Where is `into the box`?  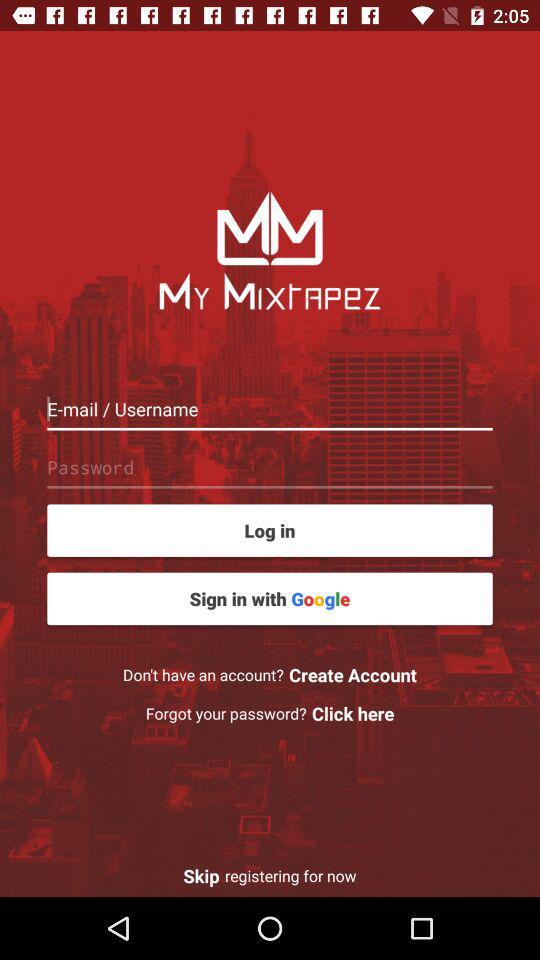
into the box is located at coordinates (270, 408).